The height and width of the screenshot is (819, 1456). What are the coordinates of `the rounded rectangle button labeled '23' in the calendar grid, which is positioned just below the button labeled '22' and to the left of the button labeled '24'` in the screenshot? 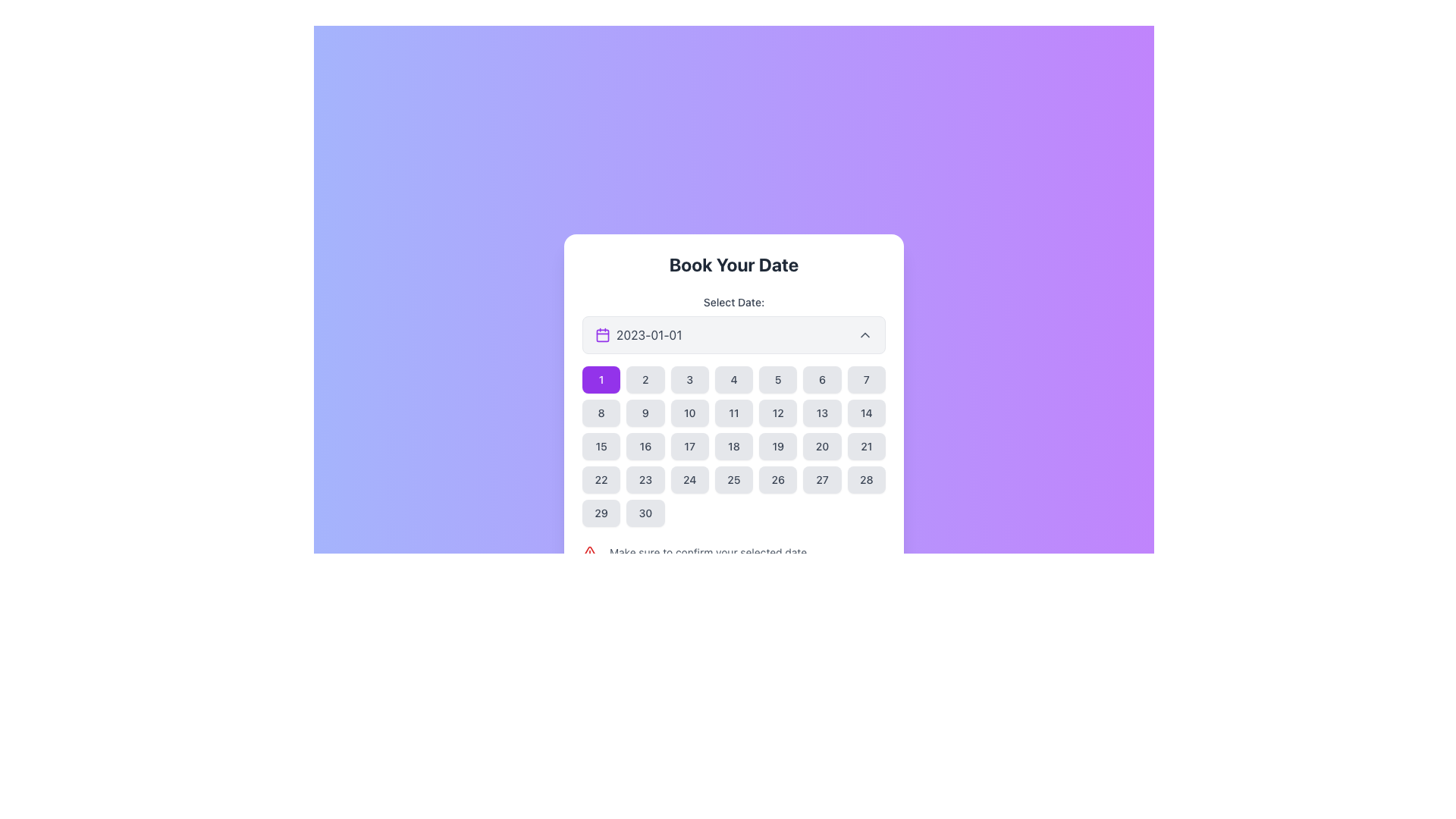 It's located at (645, 479).